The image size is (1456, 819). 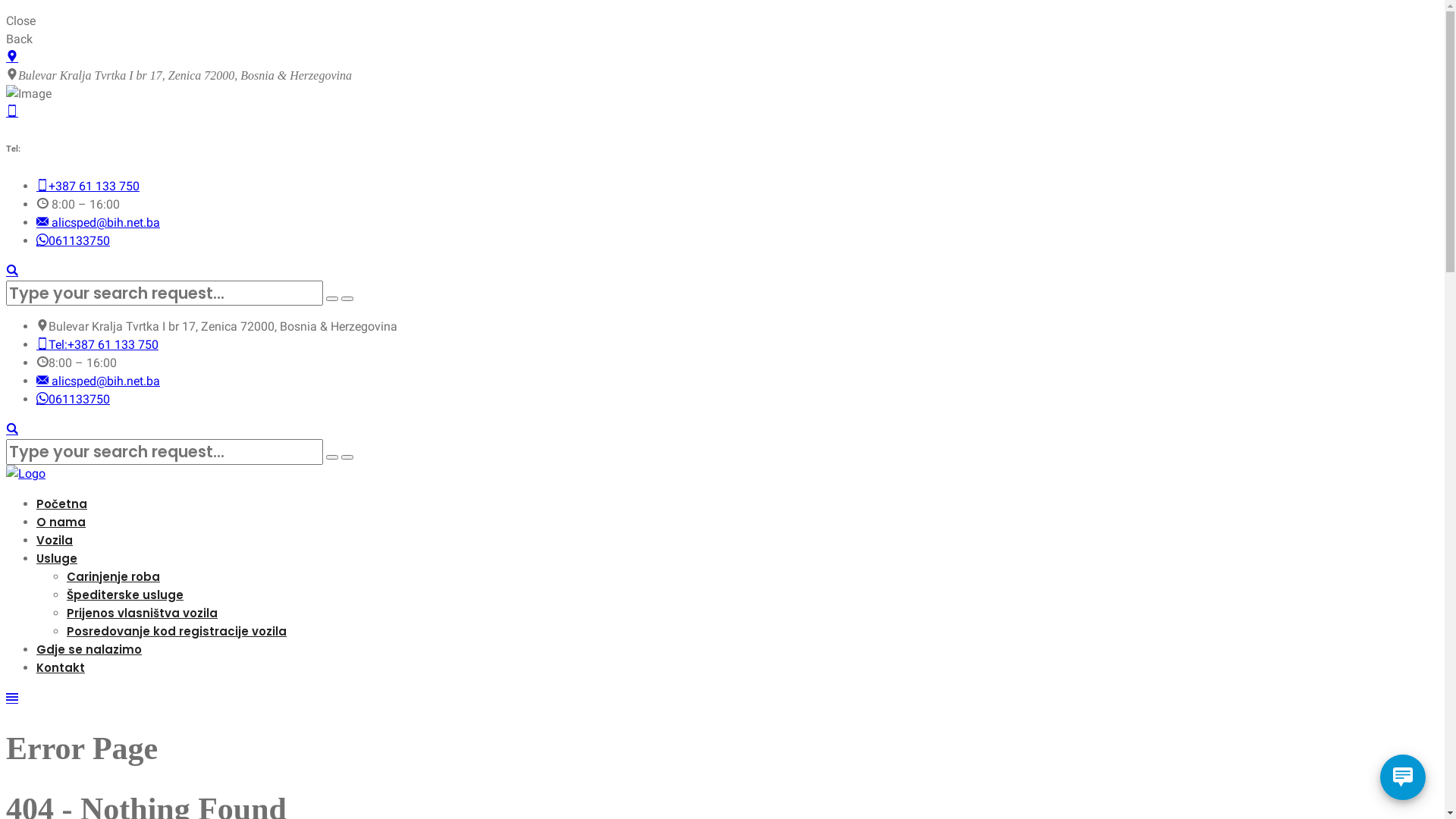 What do you see at coordinates (55, 539) in the screenshot?
I see `'Vozila'` at bounding box center [55, 539].